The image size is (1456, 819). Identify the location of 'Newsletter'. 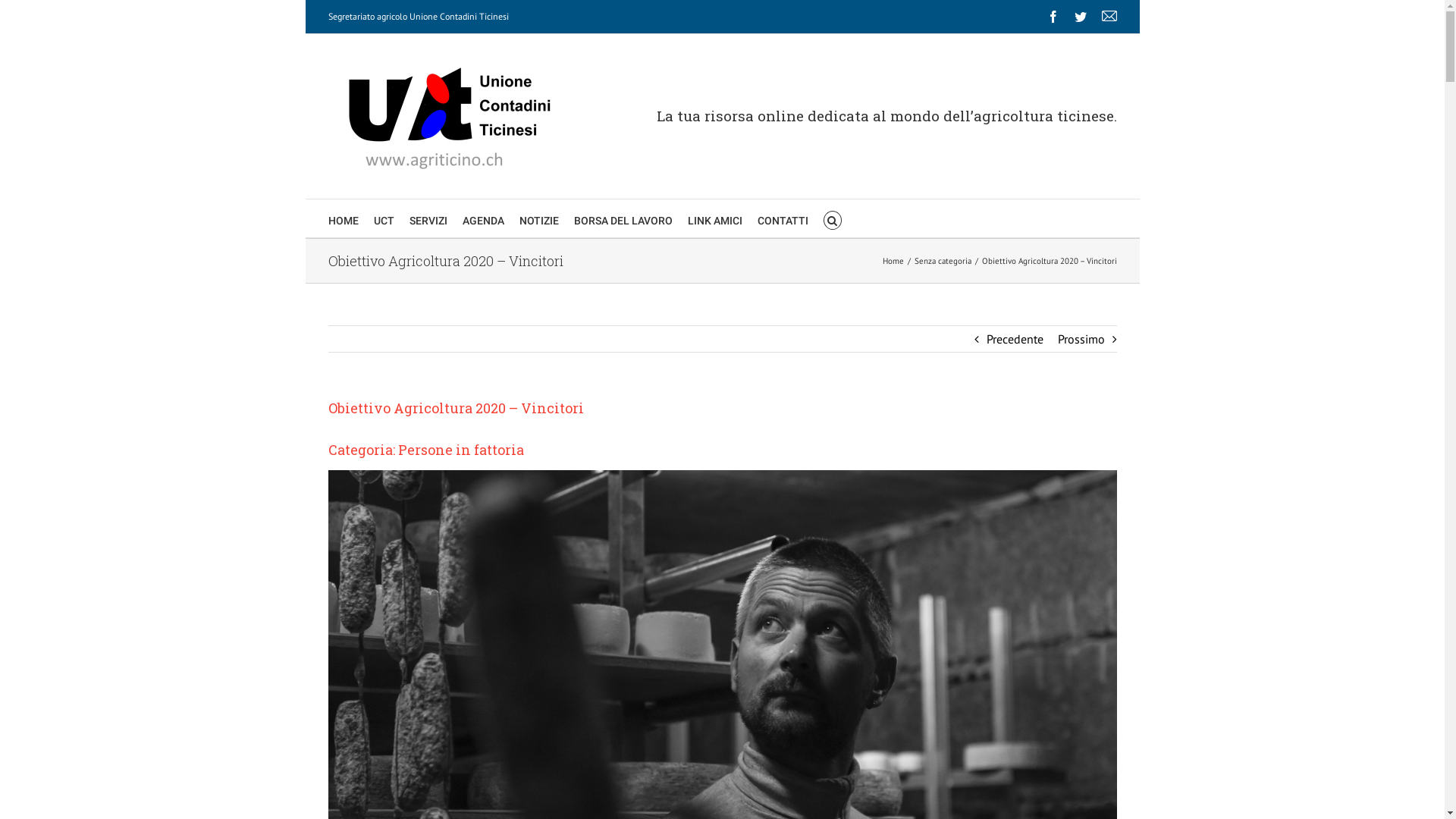
(1109, 17).